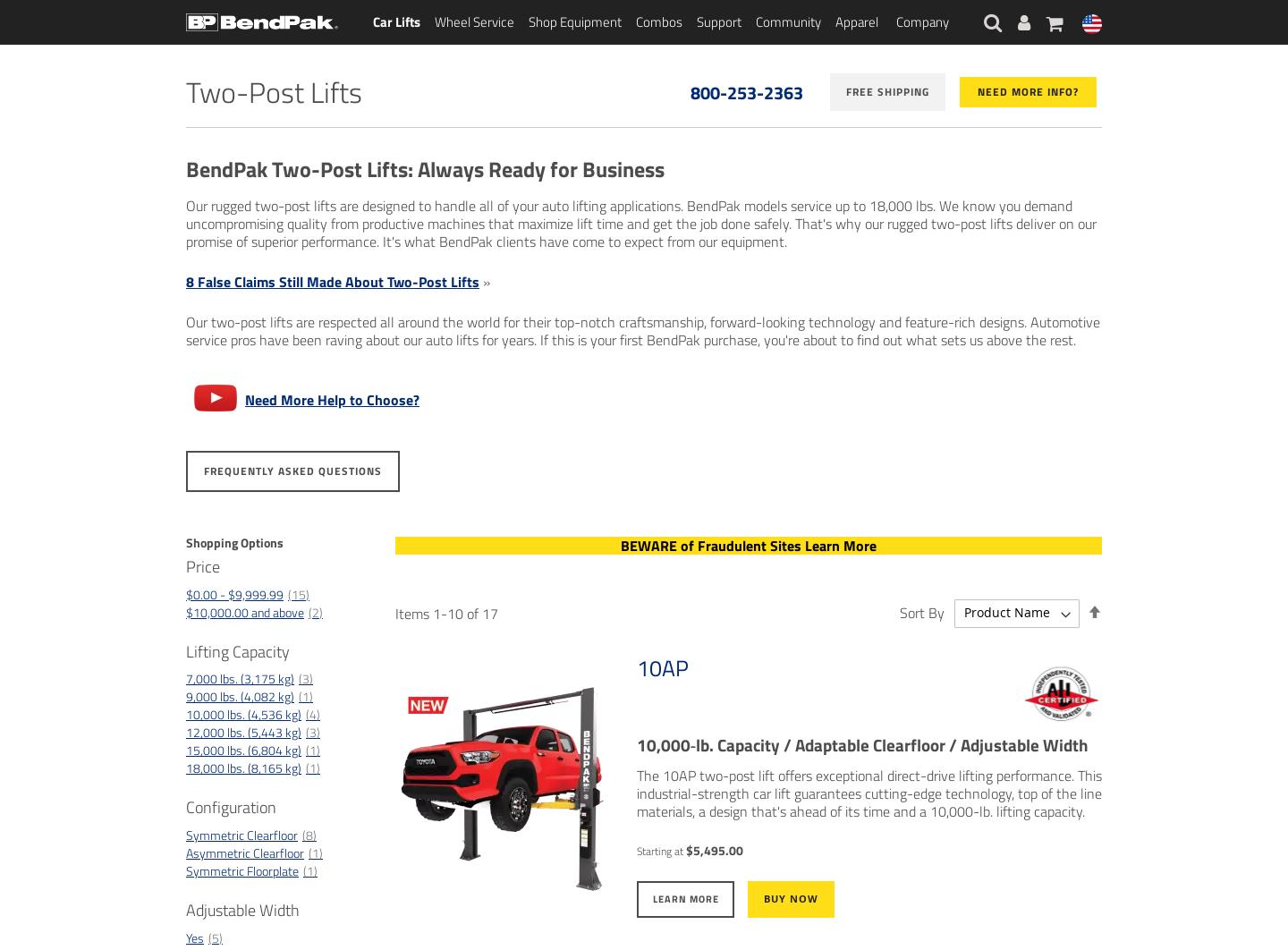 Image resolution: width=1288 pixels, height=950 pixels. What do you see at coordinates (453, 612) in the screenshot?
I see `'10'` at bounding box center [453, 612].